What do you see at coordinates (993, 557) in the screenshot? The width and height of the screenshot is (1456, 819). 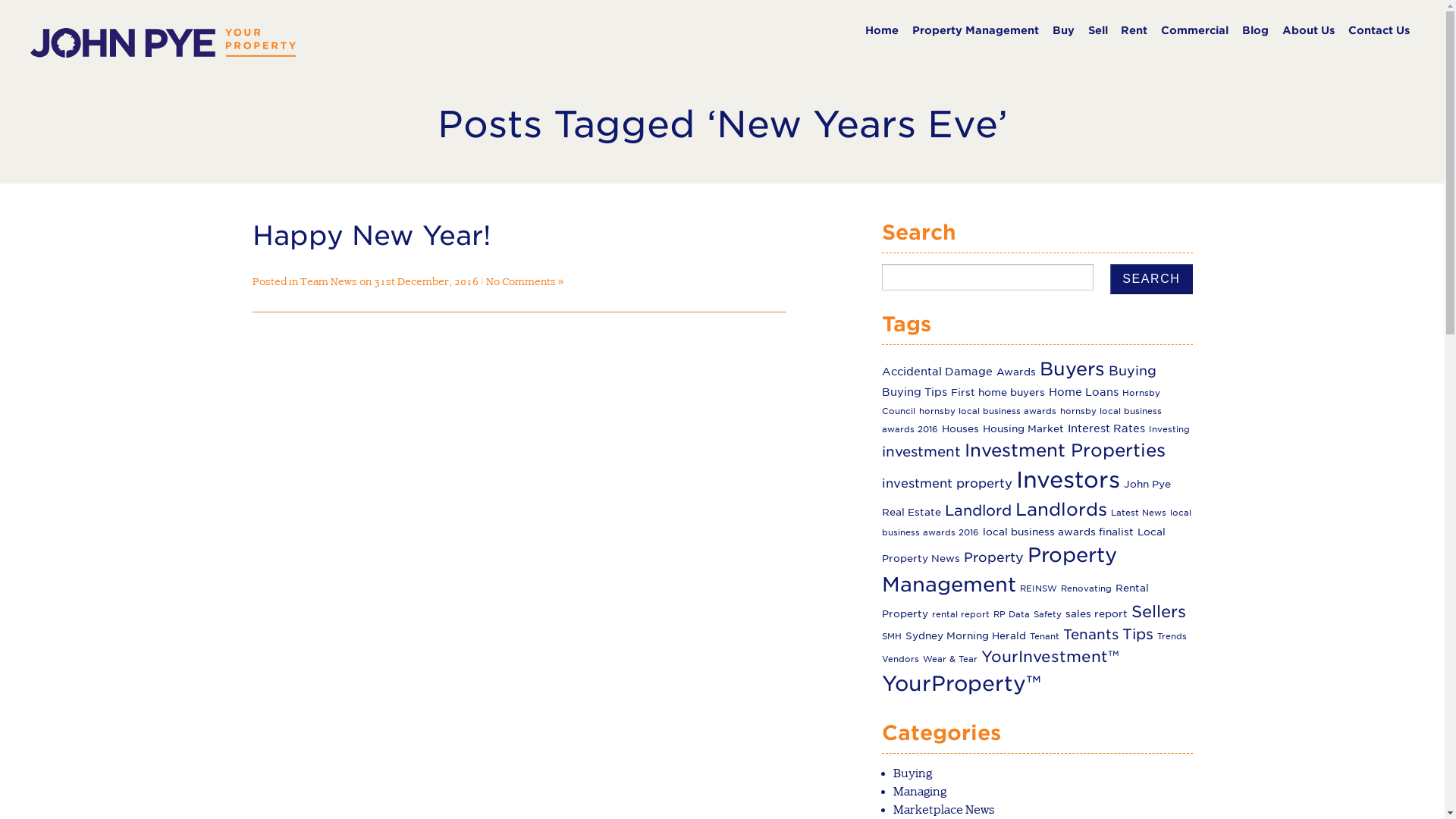 I see `'Property'` at bounding box center [993, 557].